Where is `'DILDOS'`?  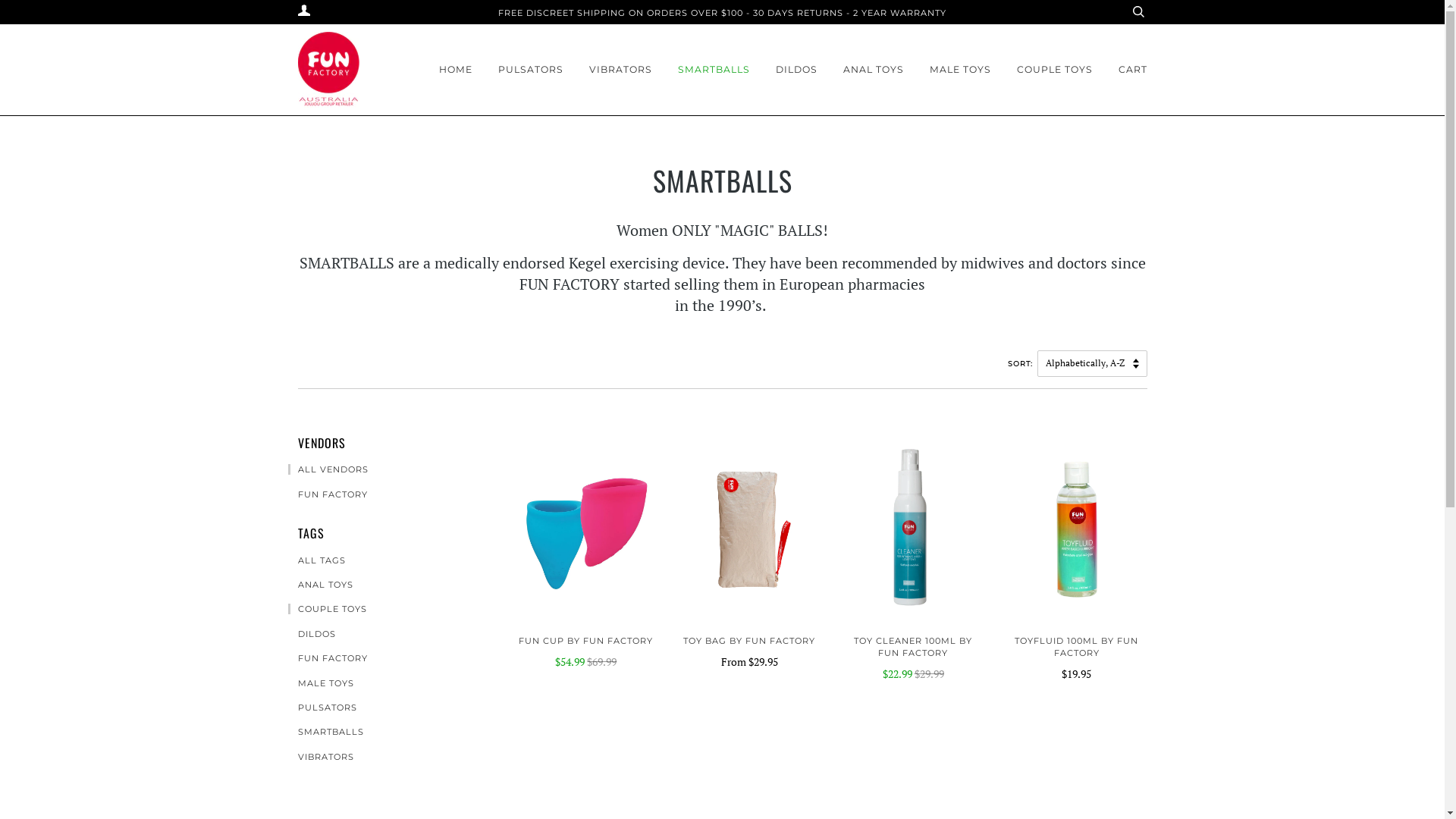
'DILDOS' is located at coordinates (287, 634).